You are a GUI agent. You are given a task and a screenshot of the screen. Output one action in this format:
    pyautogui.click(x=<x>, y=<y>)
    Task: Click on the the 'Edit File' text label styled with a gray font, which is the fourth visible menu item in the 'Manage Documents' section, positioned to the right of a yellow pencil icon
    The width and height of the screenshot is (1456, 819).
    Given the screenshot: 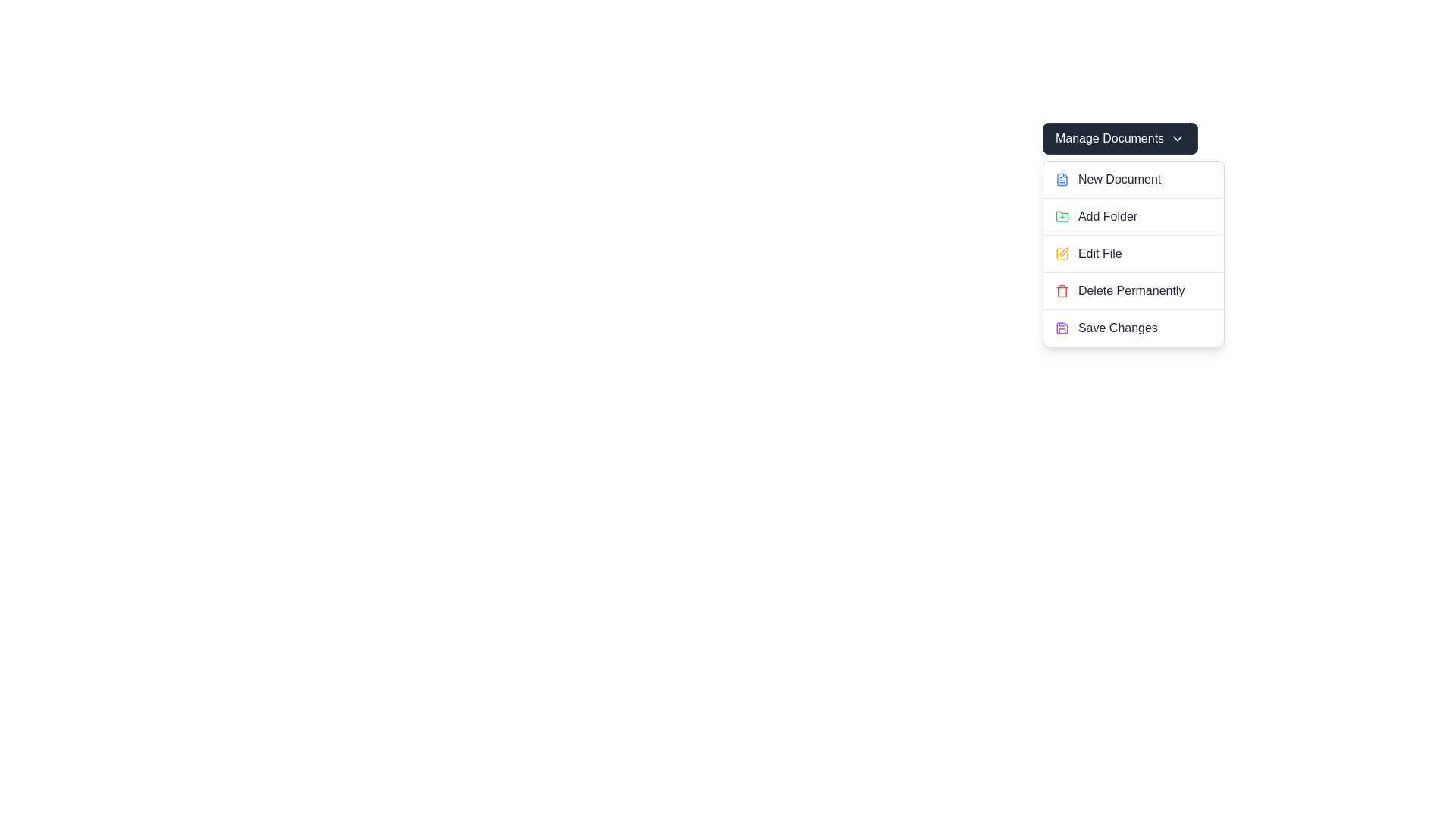 What is the action you would take?
    pyautogui.click(x=1100, y=253)
    